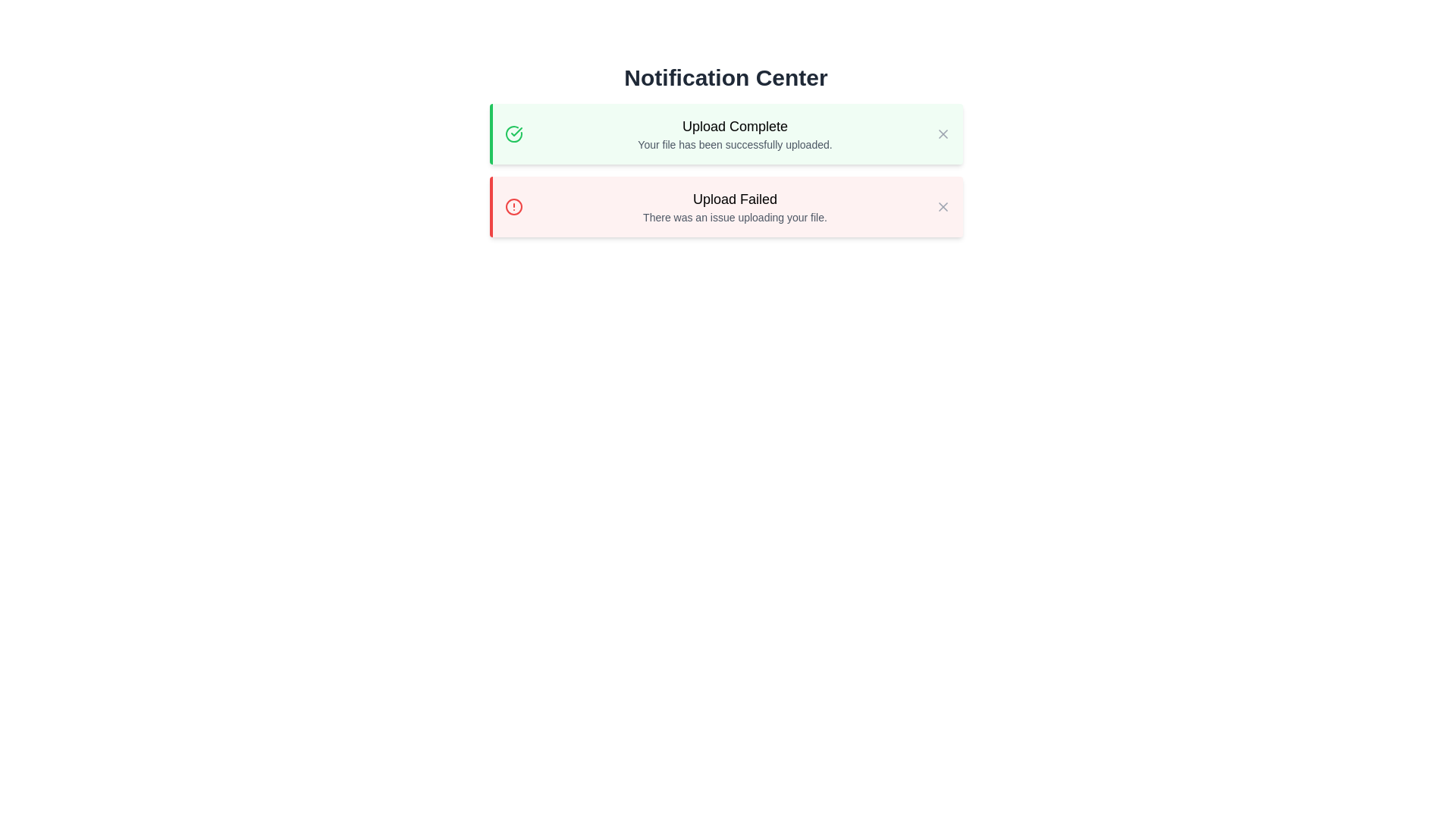  Describe the element at coordinates (942, 133) in the screenshot. I see `the 'Close' button located at the top-right corner of the 'Upload Complete' notification card` at that location.